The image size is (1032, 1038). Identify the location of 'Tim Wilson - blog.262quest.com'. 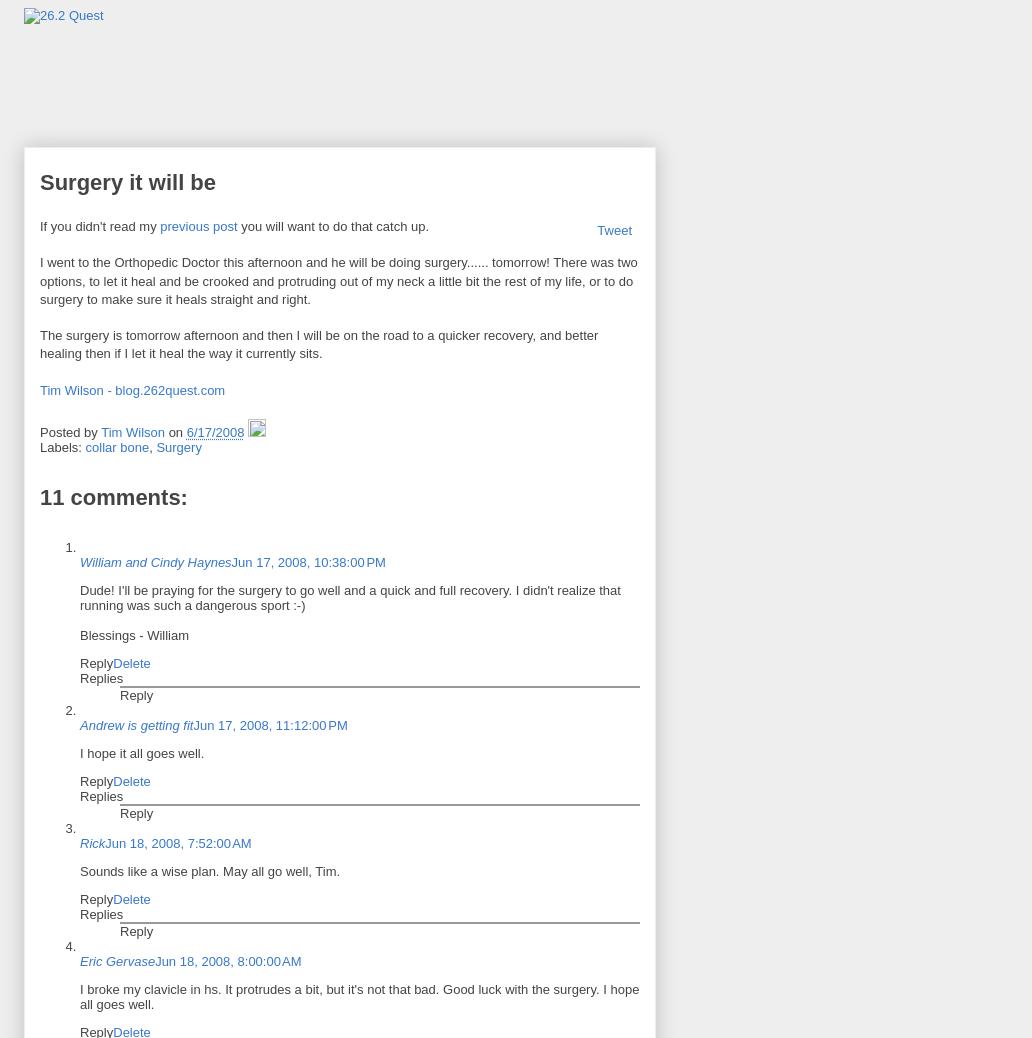
(131, 389).